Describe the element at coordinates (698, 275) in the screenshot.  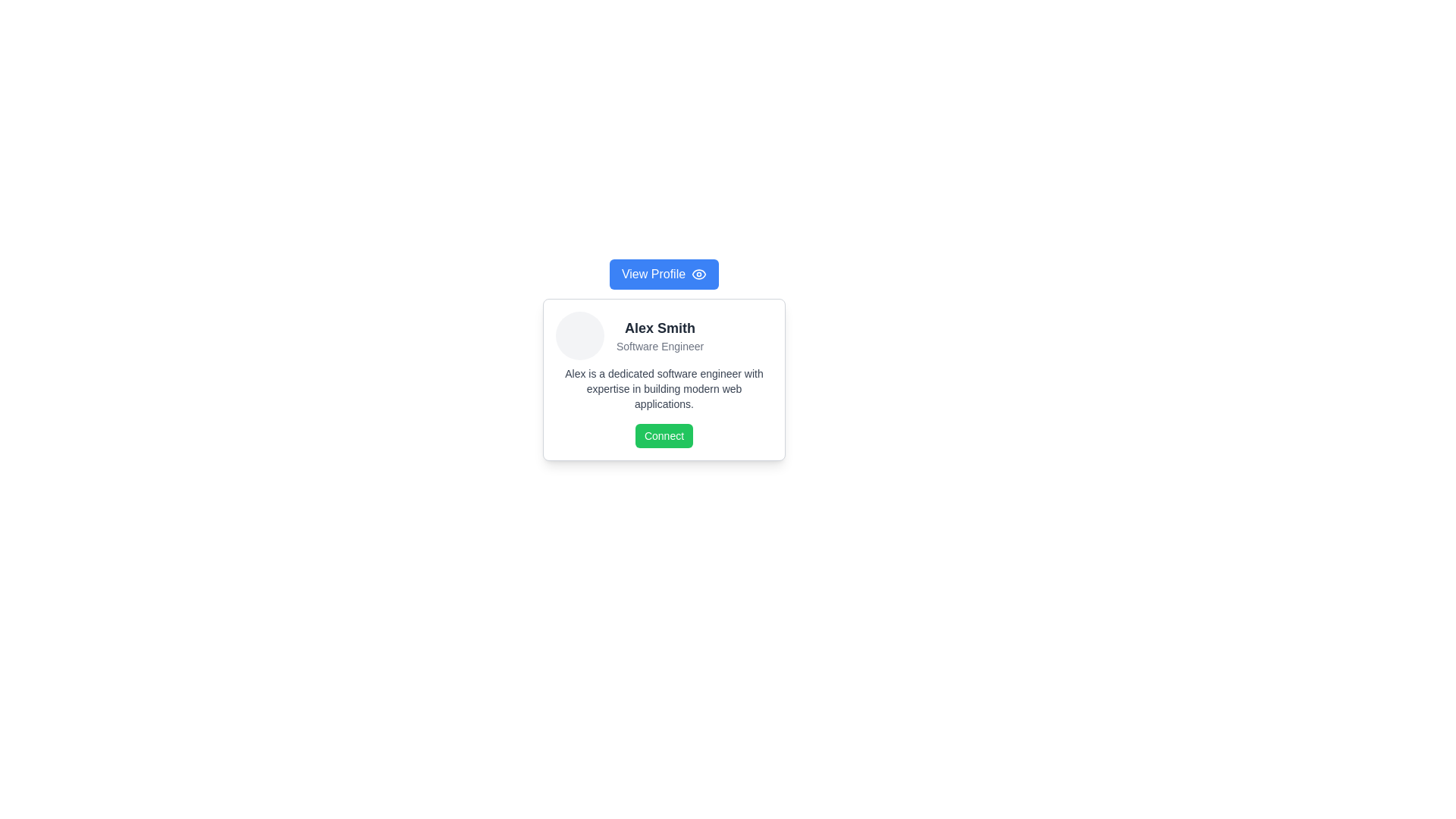
I see `the eye icon located at the center of the 'View Profile' button, which serves as a visual cue for accessing the profile` at that location.